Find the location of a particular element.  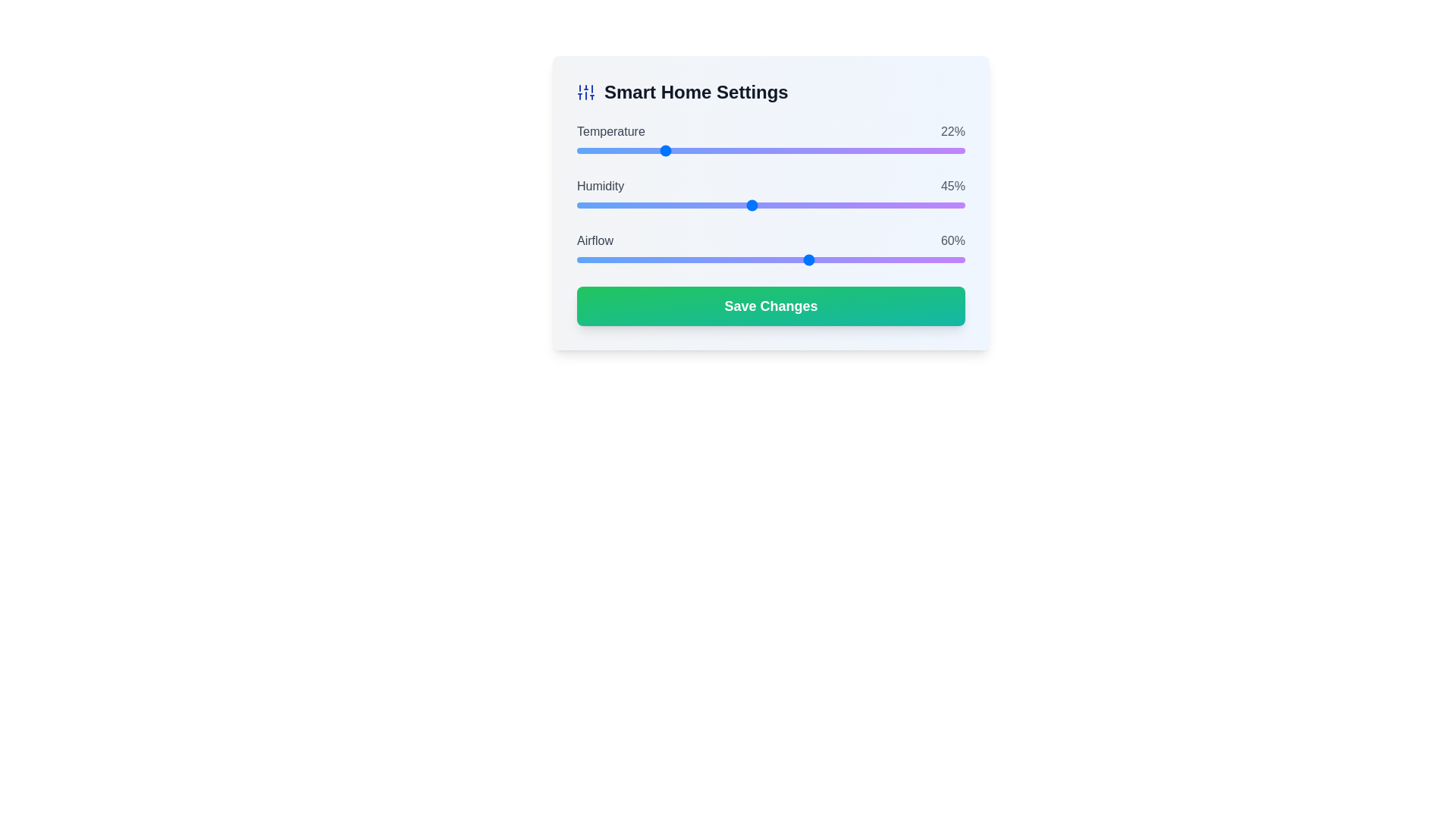

the text label displaying '22%' in gray color, located in the top-right corner next to the label 'Temperature' is located at coordinates (952, 130).